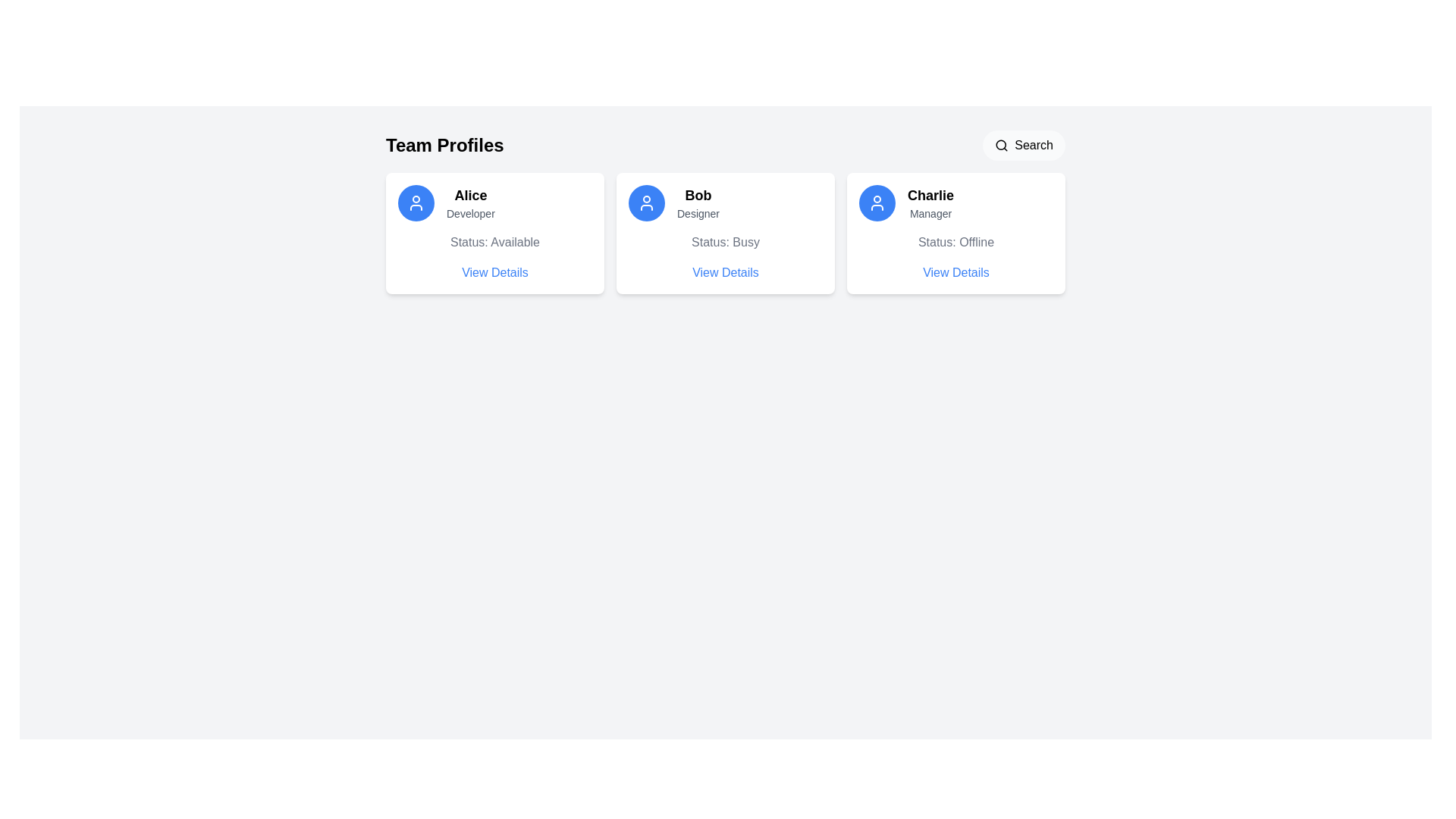  I want to click on the Text label indicating the current status of the user, which shows that they are busy. This label is located within Bob's profile card, positioned below 'Designer' and above 'View Details', so click(724, 242).